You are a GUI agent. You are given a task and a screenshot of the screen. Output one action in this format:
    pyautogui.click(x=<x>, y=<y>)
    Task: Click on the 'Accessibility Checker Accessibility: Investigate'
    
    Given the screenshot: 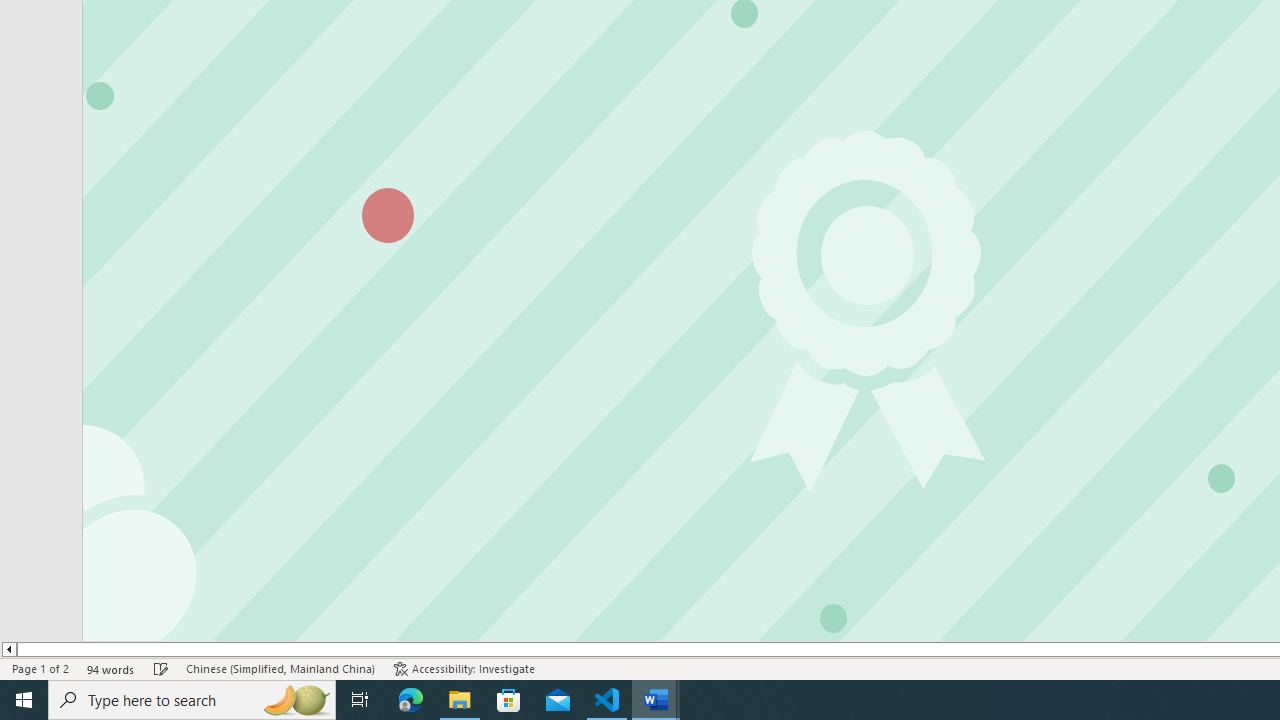 What is the action you would take?
    pyautogui.click(x=463, y=669)
    